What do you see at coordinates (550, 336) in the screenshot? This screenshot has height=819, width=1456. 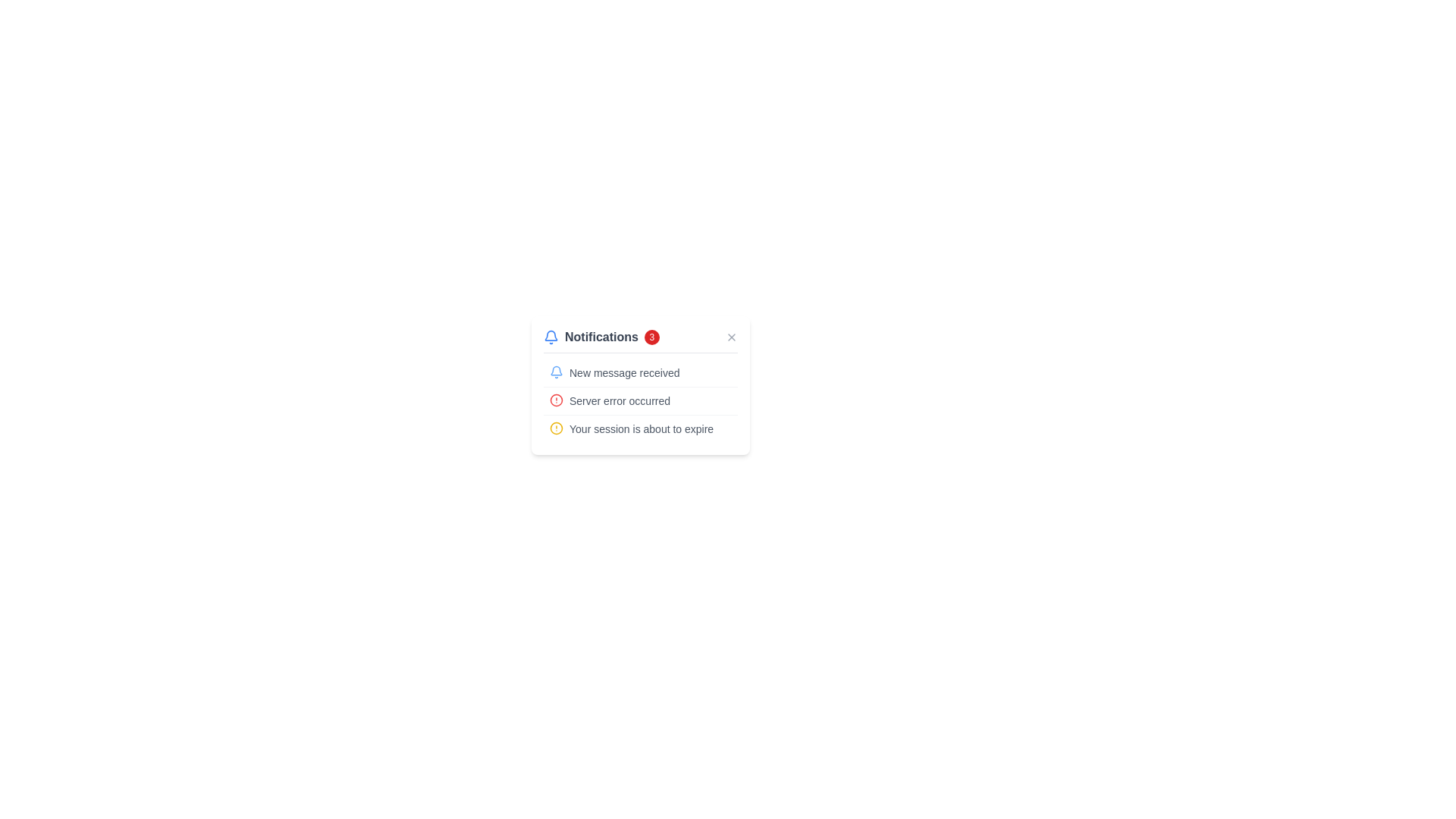 I see `the blue notification bell icon` at bounding box center [550, 336].